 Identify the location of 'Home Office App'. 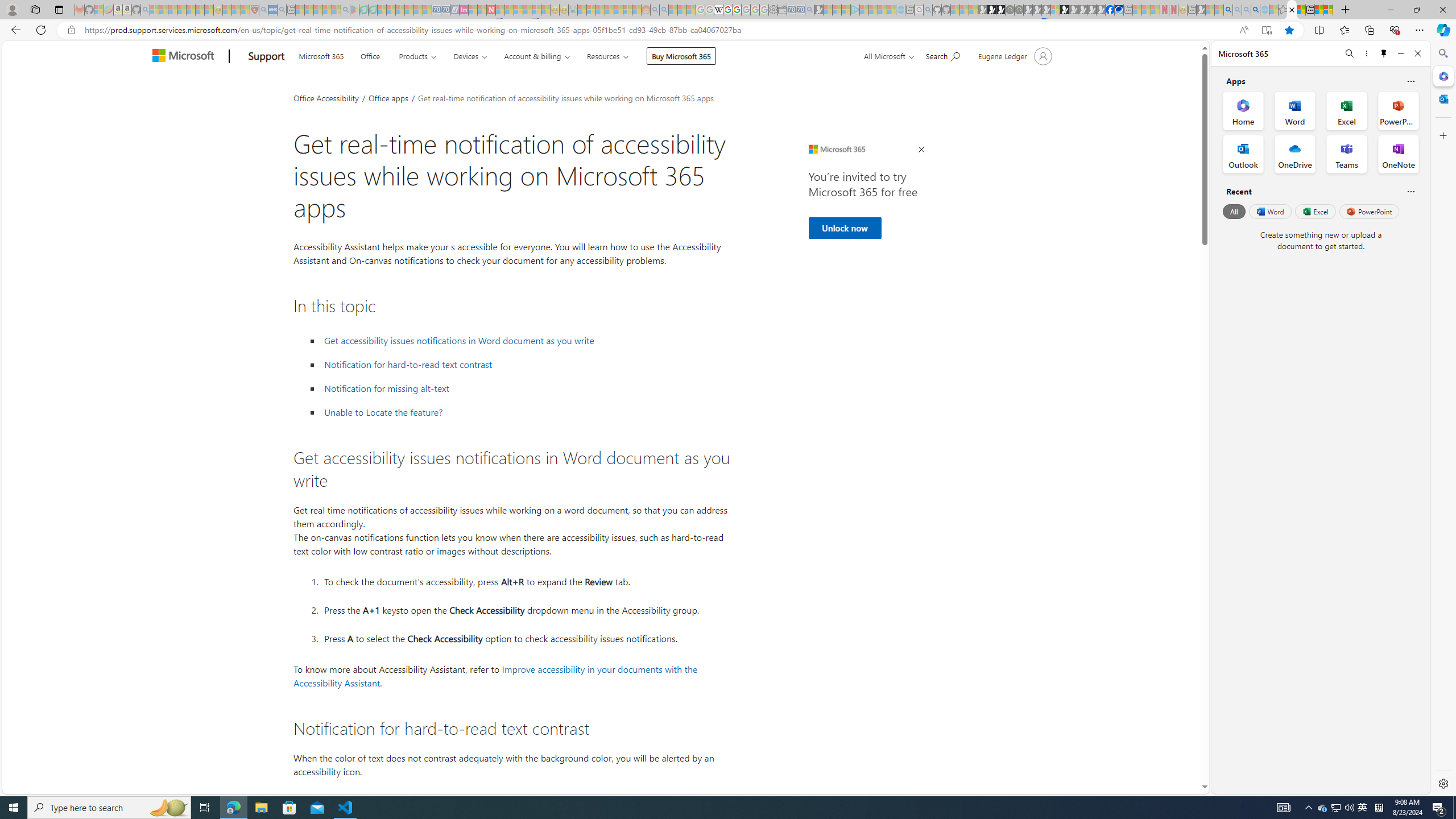
(1243, 111).